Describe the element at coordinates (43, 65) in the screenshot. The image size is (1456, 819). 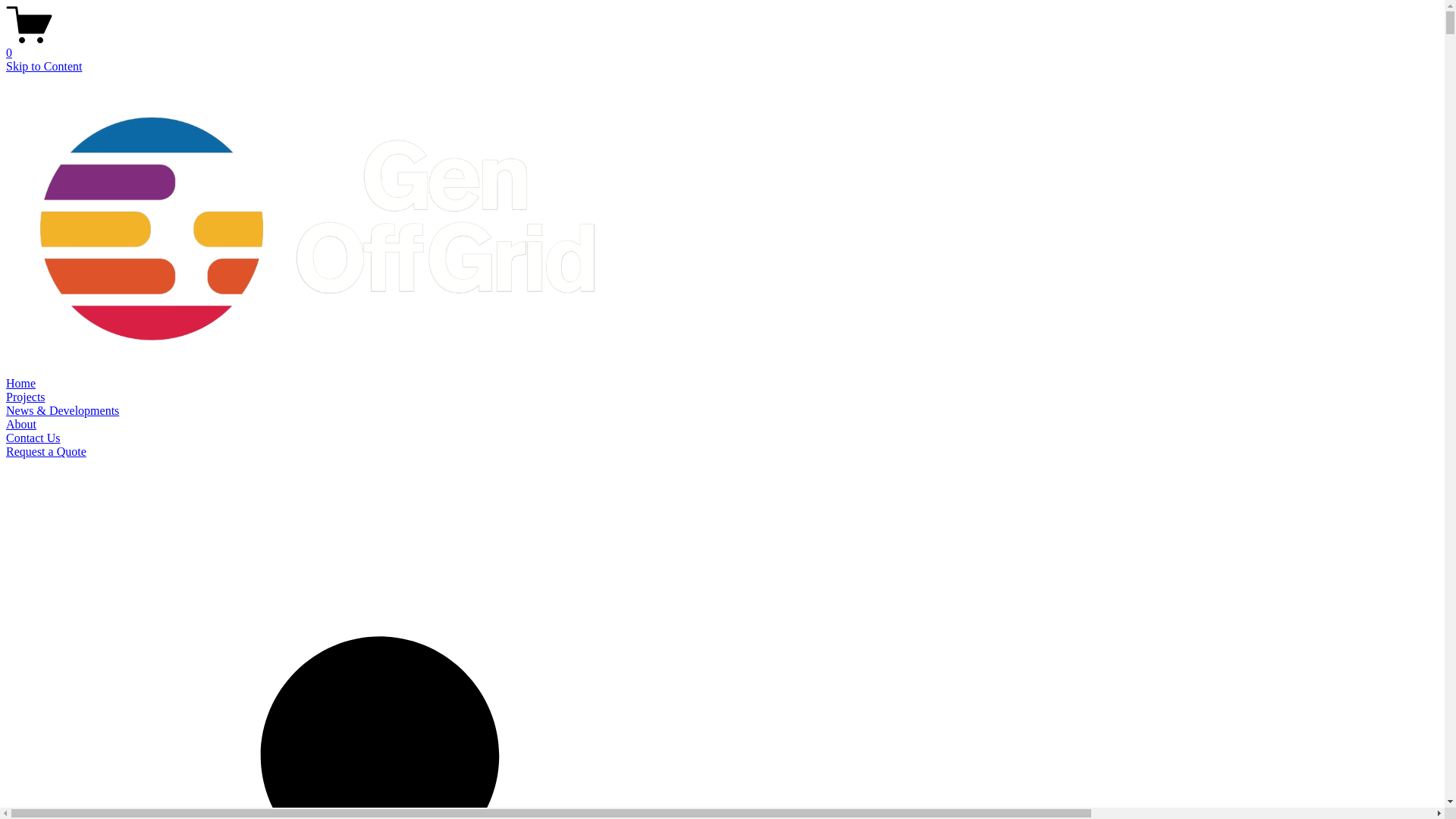
I see `'Skip to Content'` at that location.